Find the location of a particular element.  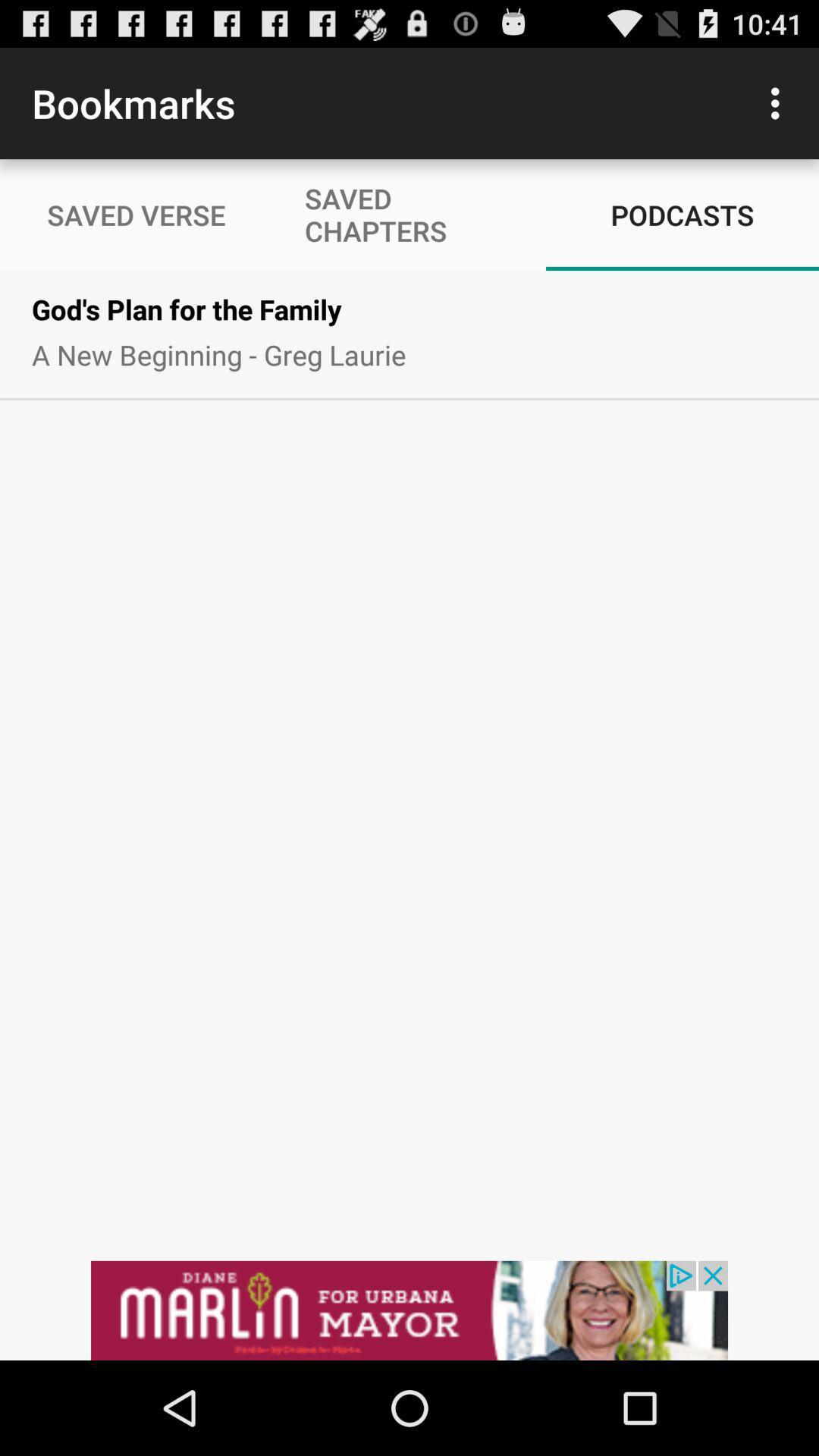

advertisement is located at coordinates (409, 1310).